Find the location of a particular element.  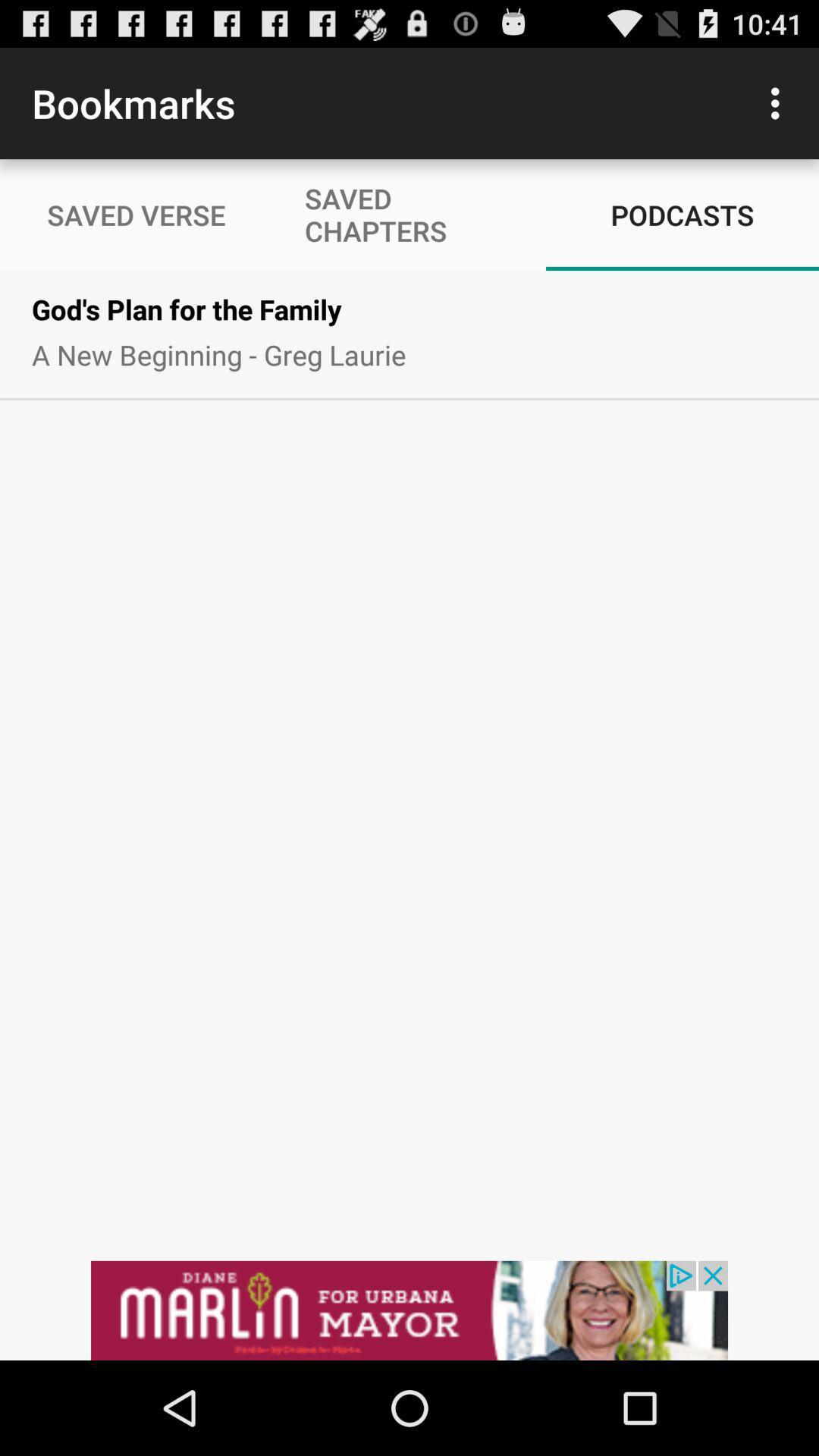

advertisement is located at coordinates (409, 1310).